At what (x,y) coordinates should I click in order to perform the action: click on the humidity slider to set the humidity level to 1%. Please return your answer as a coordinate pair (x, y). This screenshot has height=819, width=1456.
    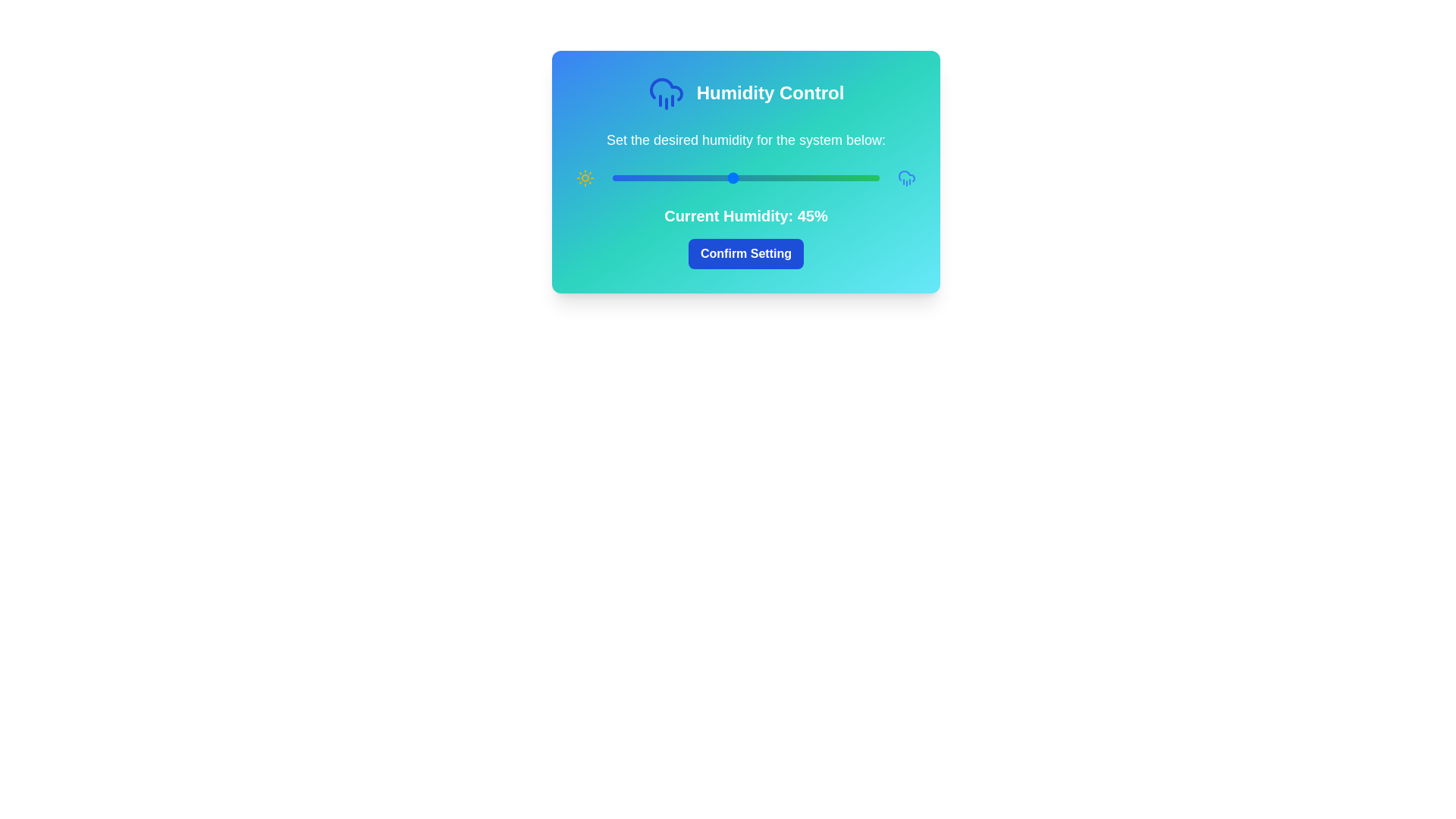
    Looking at the image, I should click on (615, 177).